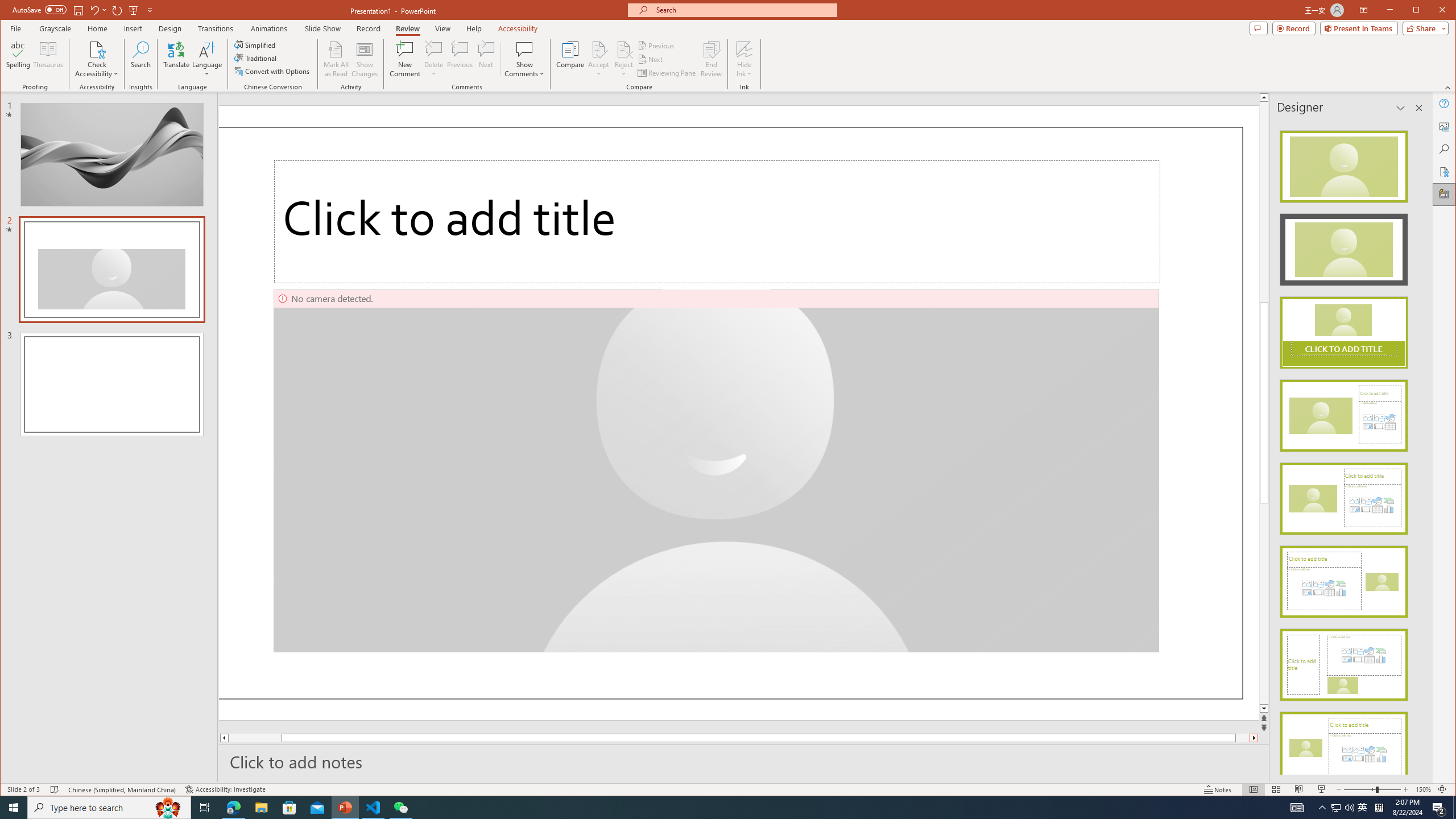 This screenshot has width=1456, height=819. Describe the element at coordinates (433, 59) in the screenshot. I see `'Delete'` at that location.